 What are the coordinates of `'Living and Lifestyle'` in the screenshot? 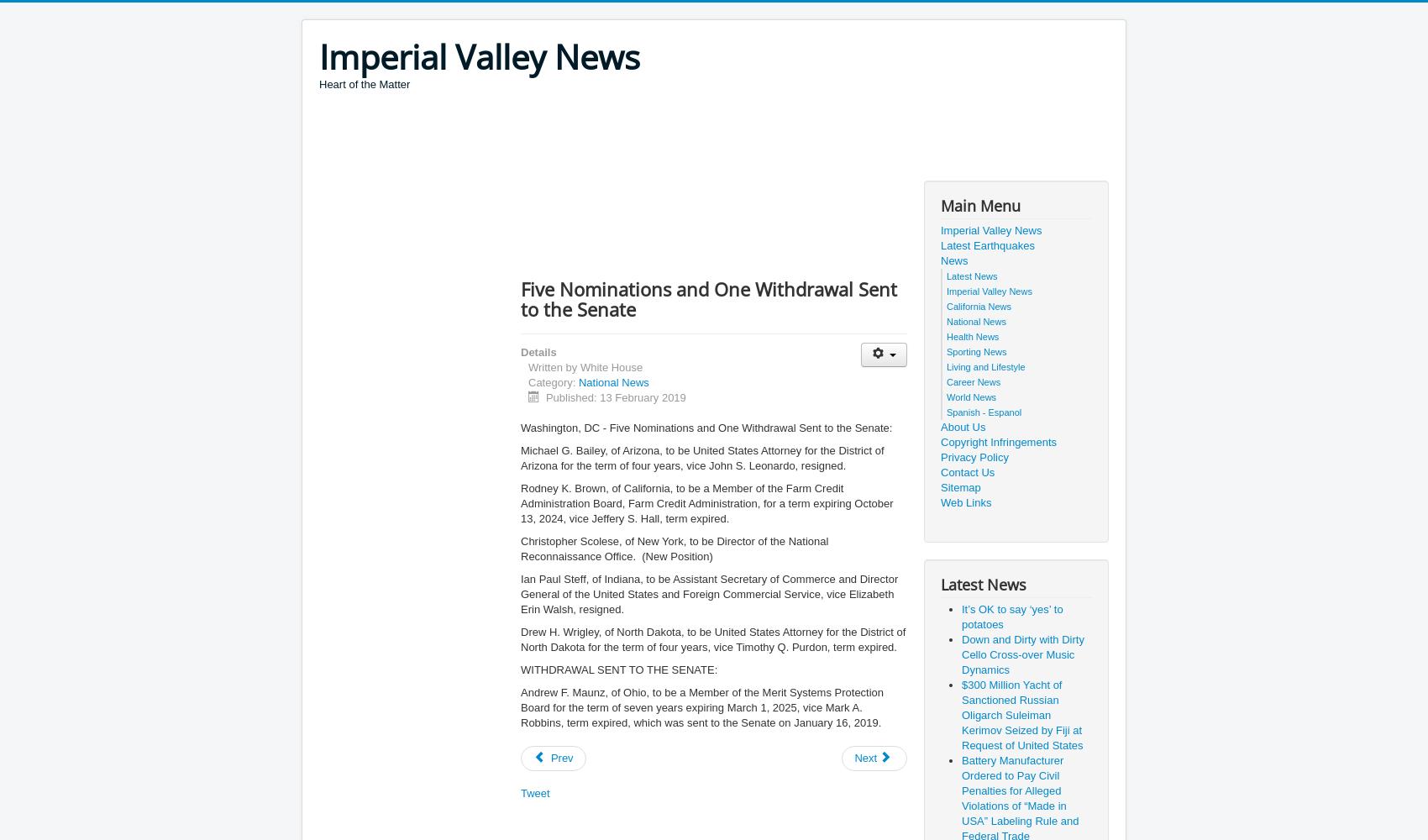 It's located at (984, 367).